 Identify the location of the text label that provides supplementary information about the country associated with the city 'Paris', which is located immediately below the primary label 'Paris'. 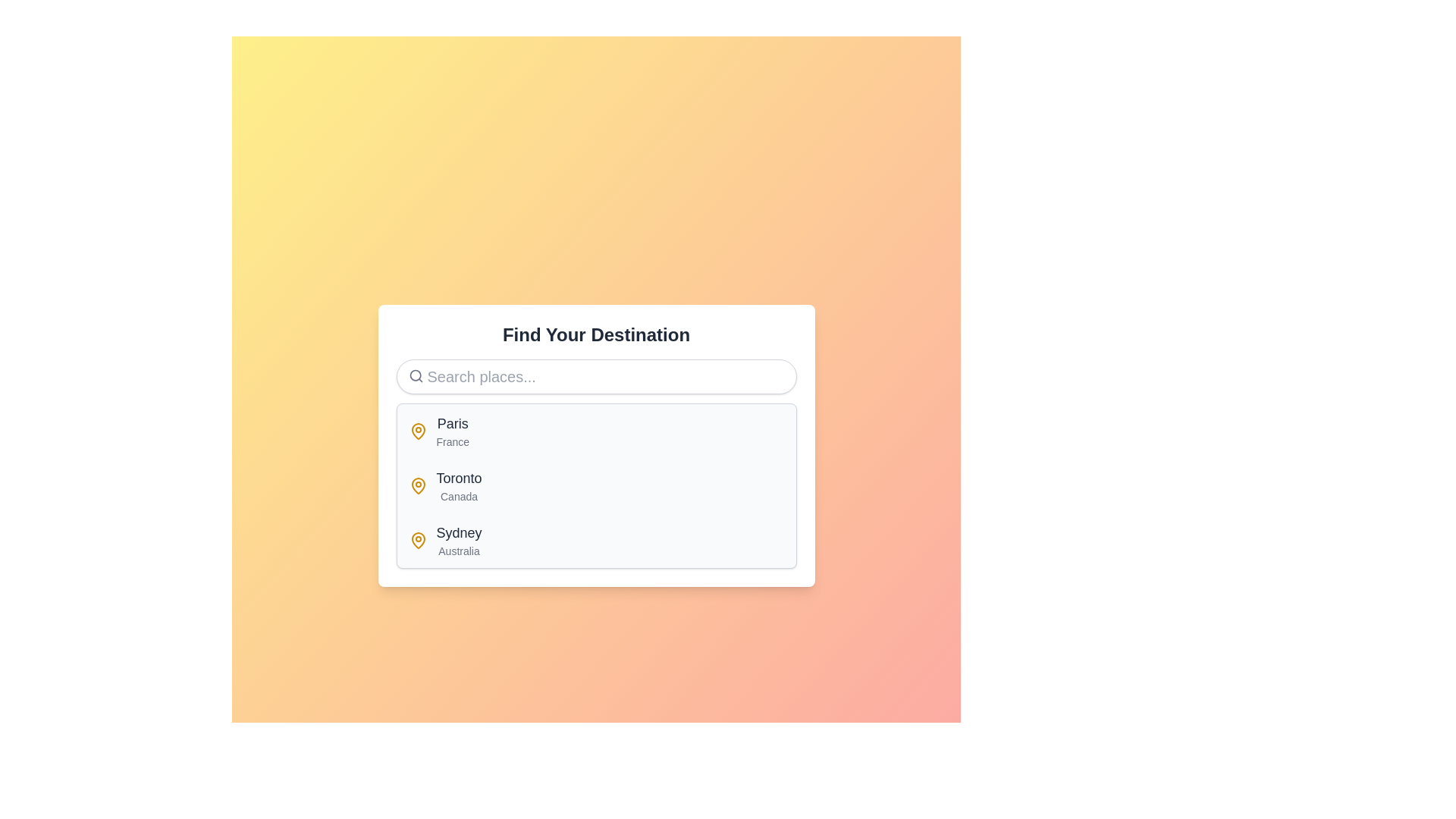
(452, 441).